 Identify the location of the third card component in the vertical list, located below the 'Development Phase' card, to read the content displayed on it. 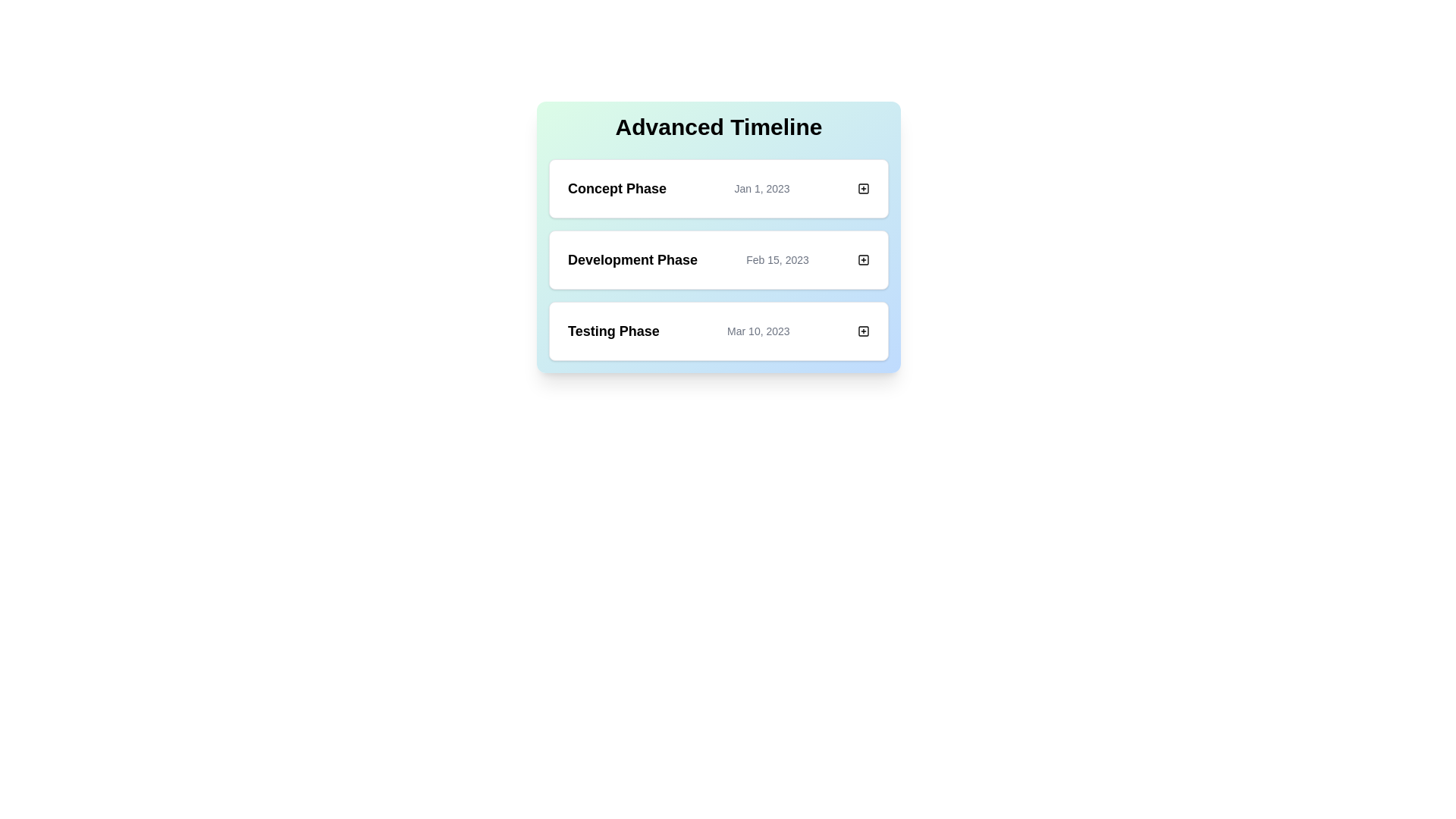
(718, 330).